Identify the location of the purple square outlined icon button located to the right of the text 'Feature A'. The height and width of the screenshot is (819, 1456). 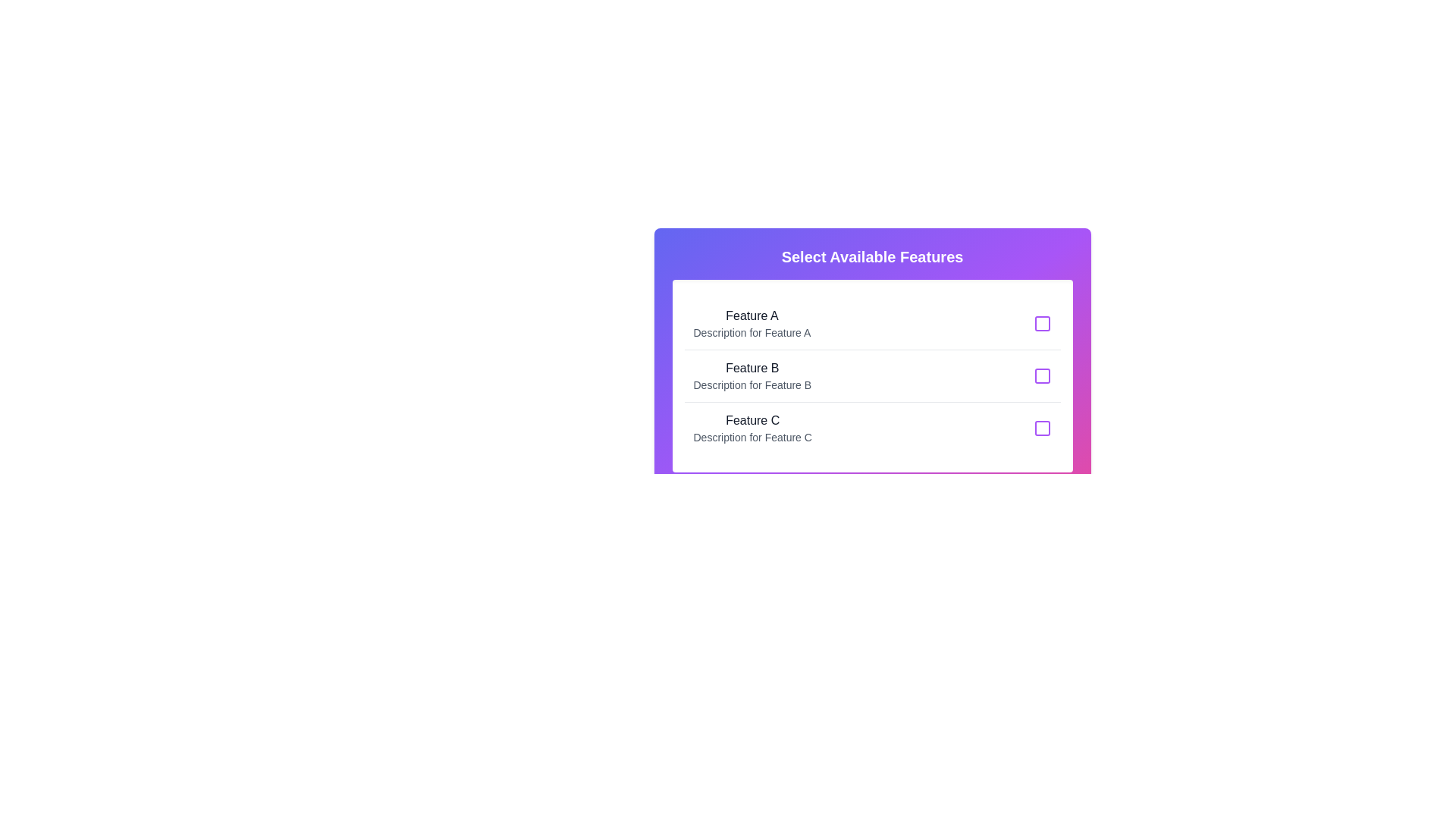
(1041, 323).